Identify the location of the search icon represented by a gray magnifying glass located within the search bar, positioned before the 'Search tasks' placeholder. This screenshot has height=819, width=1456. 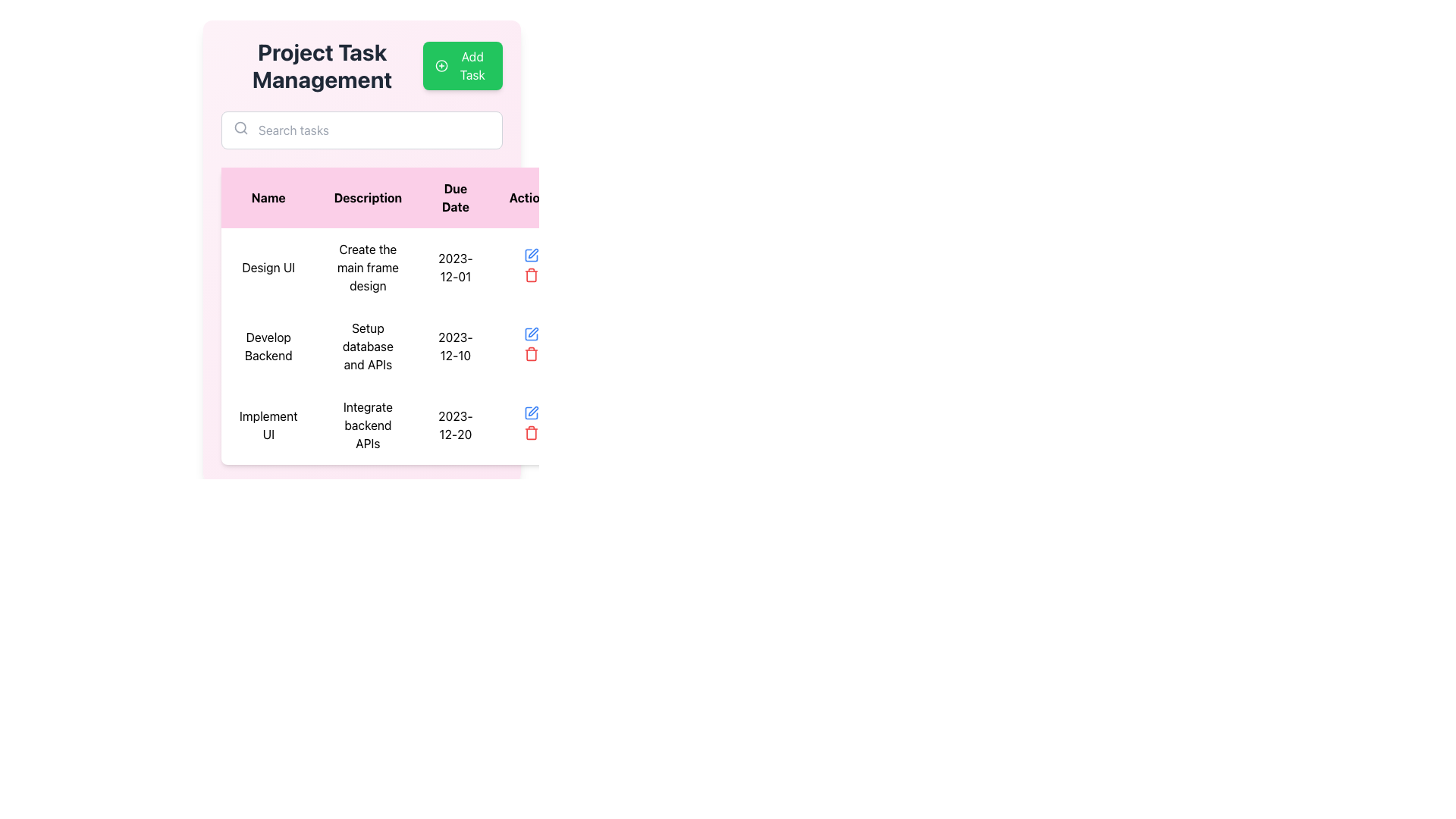
(240, 127).